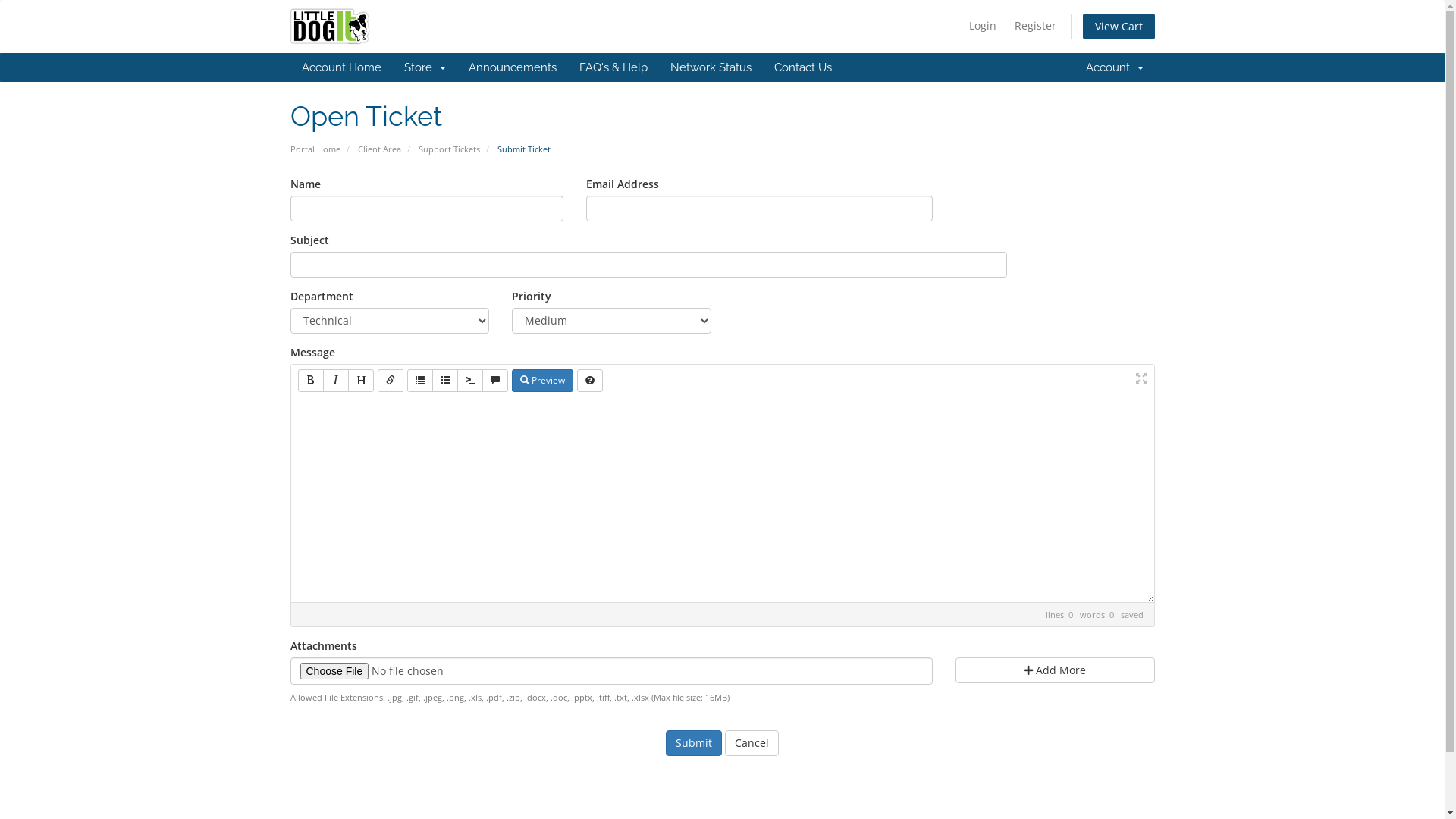 The image size is (1456, 819). What do you see at coordinates (510, 379) in the screenshot?
I see `'Preview'` at bounding box center [510, 379].